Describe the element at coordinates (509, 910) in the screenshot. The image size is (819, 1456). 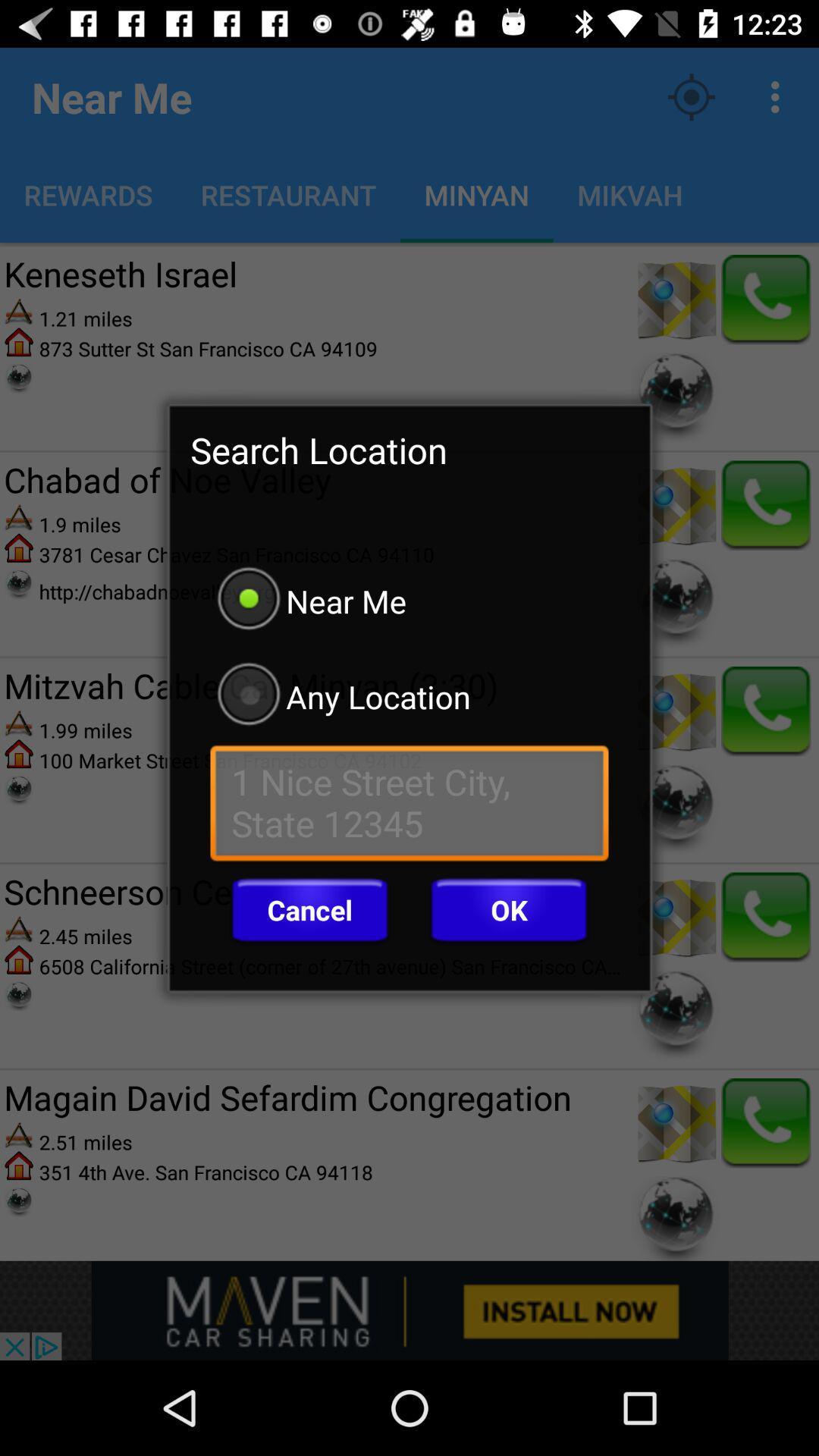
I see `ok item` at that location.